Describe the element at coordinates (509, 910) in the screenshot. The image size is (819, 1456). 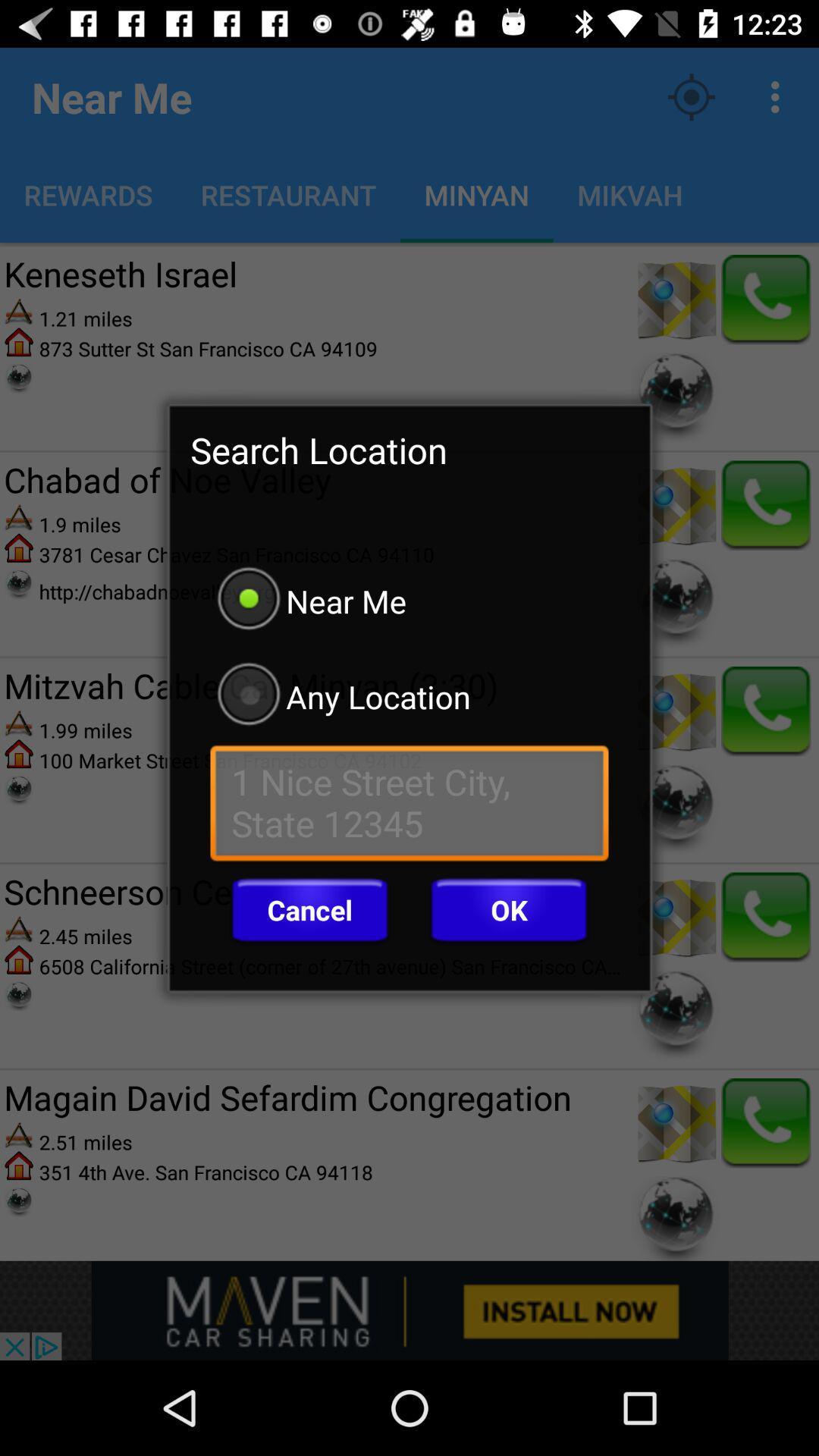
I see `ok item` at that location.